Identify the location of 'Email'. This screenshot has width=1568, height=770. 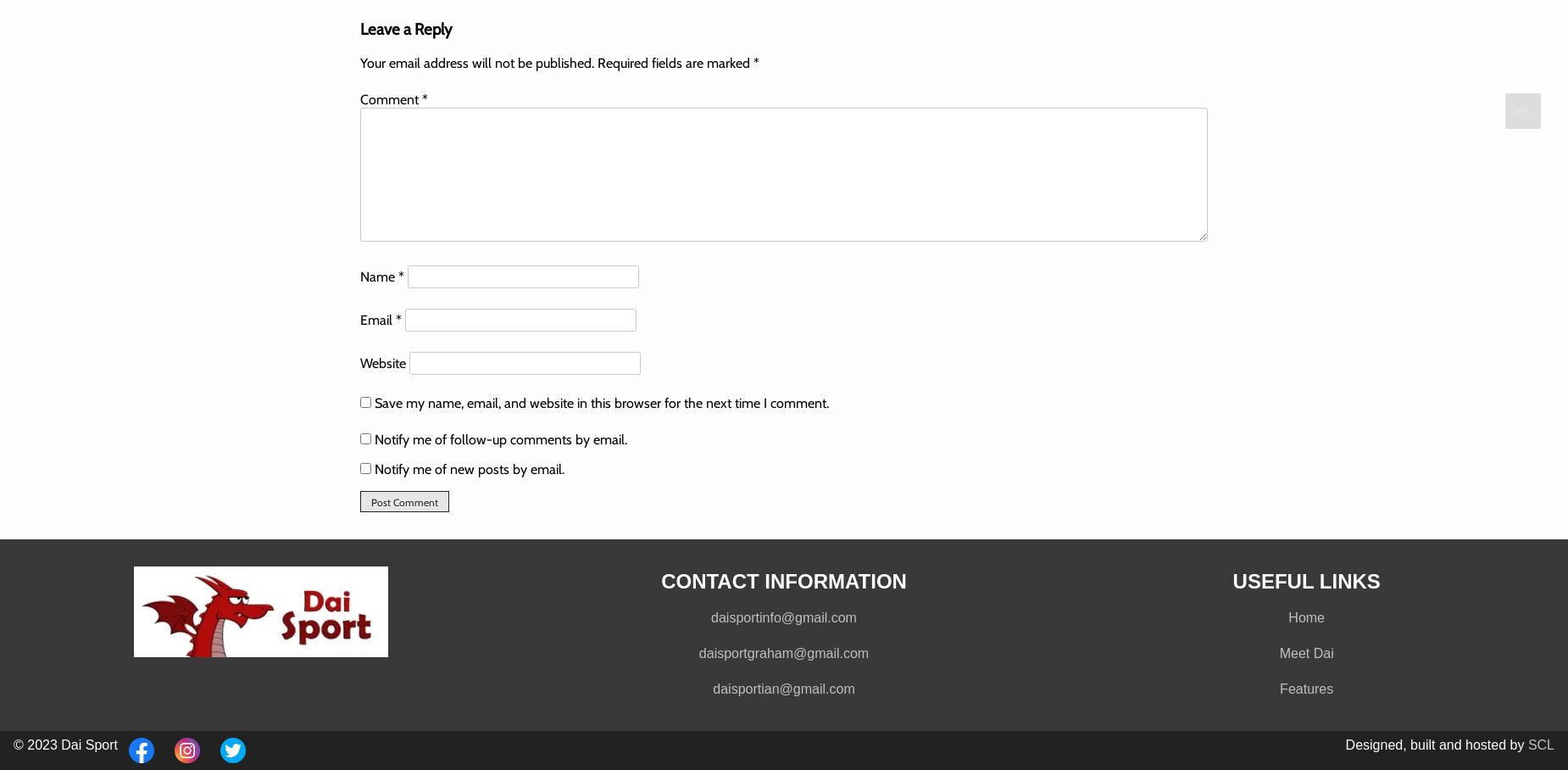
(377, 319).